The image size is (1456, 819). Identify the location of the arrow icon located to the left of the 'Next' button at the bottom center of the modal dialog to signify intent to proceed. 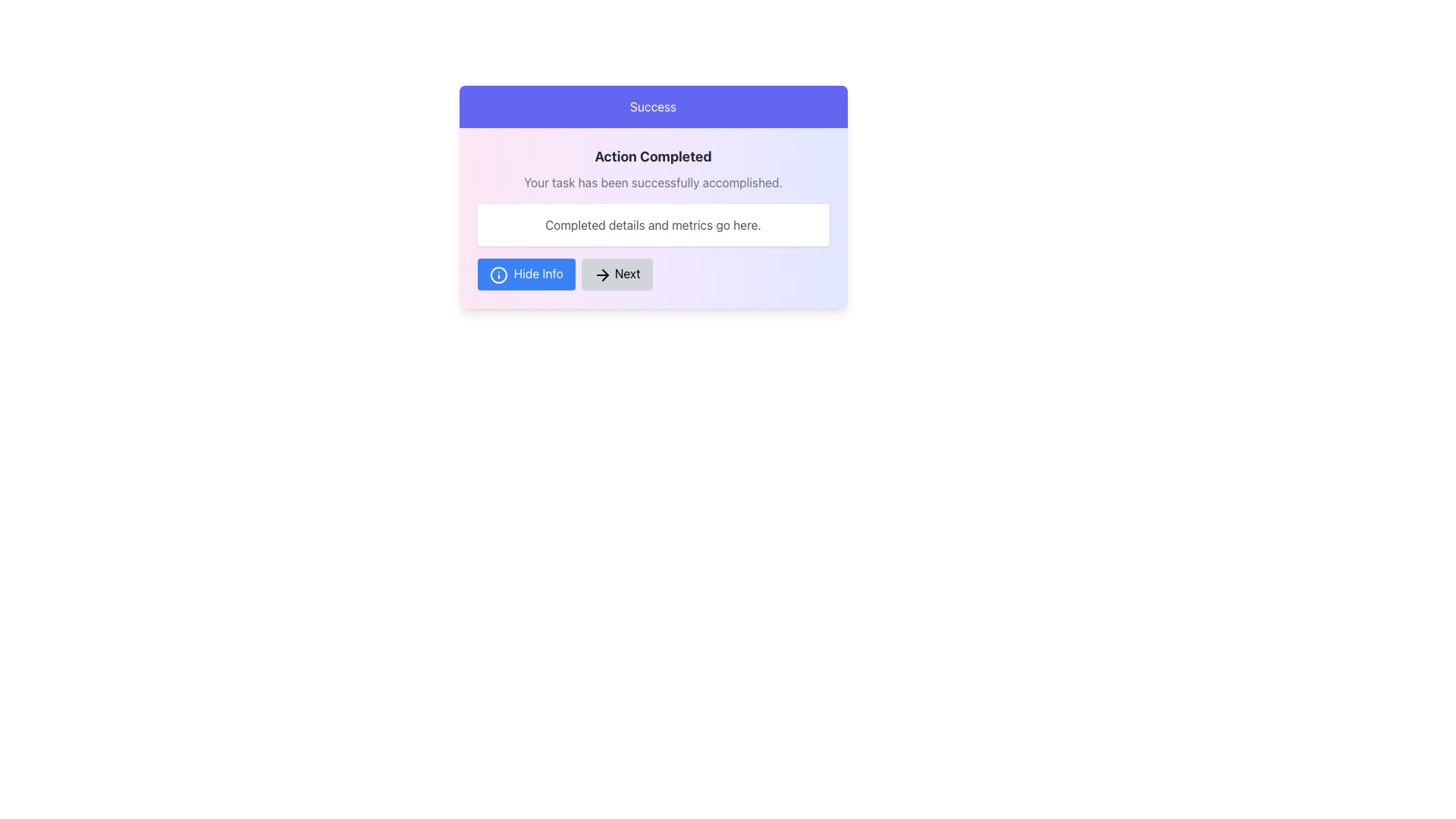
(601, 275).